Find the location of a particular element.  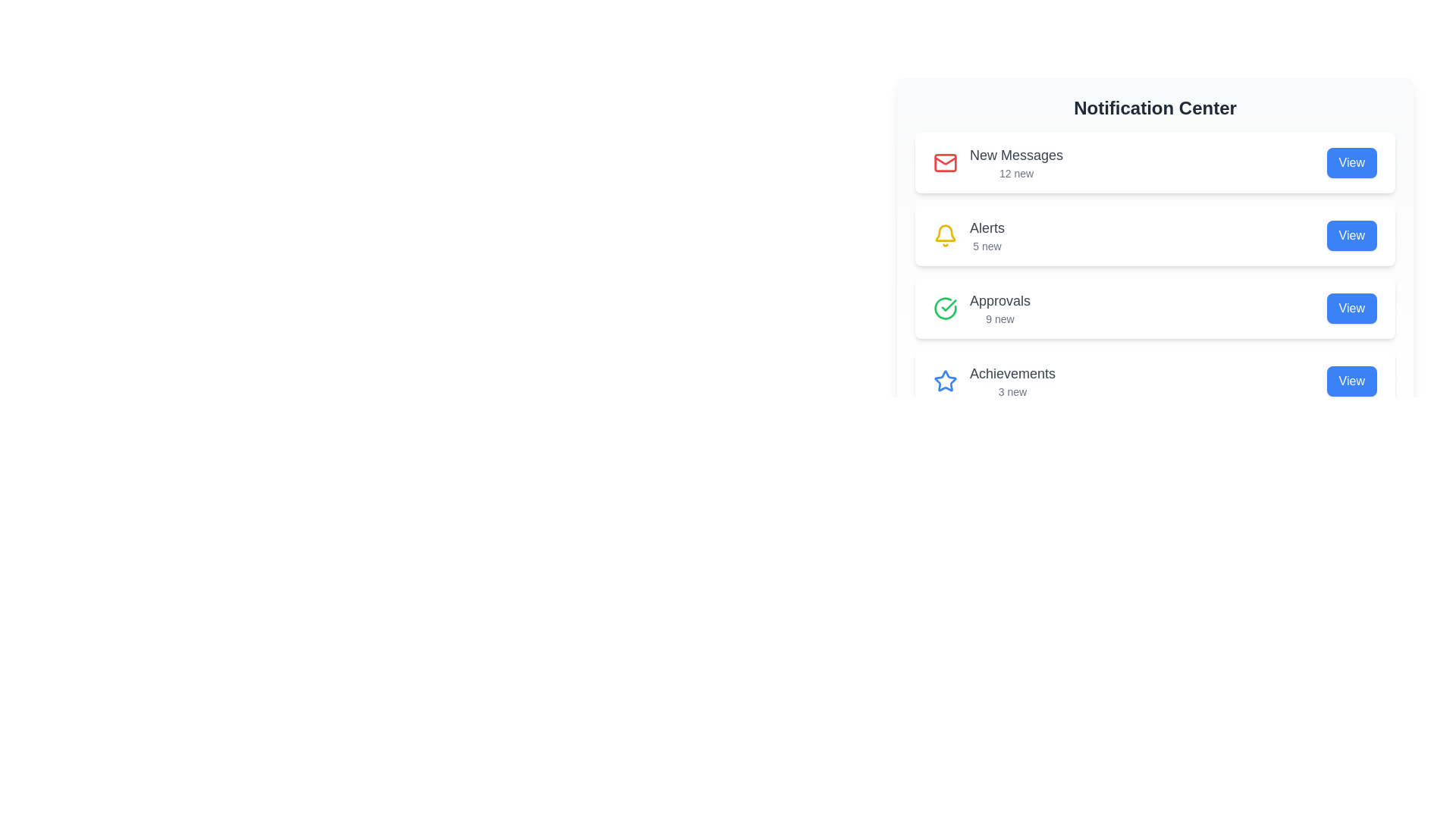

the star-shaped icon with a blue outline and transparent fill, which is the left-most icon in the 'Achievements' notification segment is located at coordinates (945, 380).